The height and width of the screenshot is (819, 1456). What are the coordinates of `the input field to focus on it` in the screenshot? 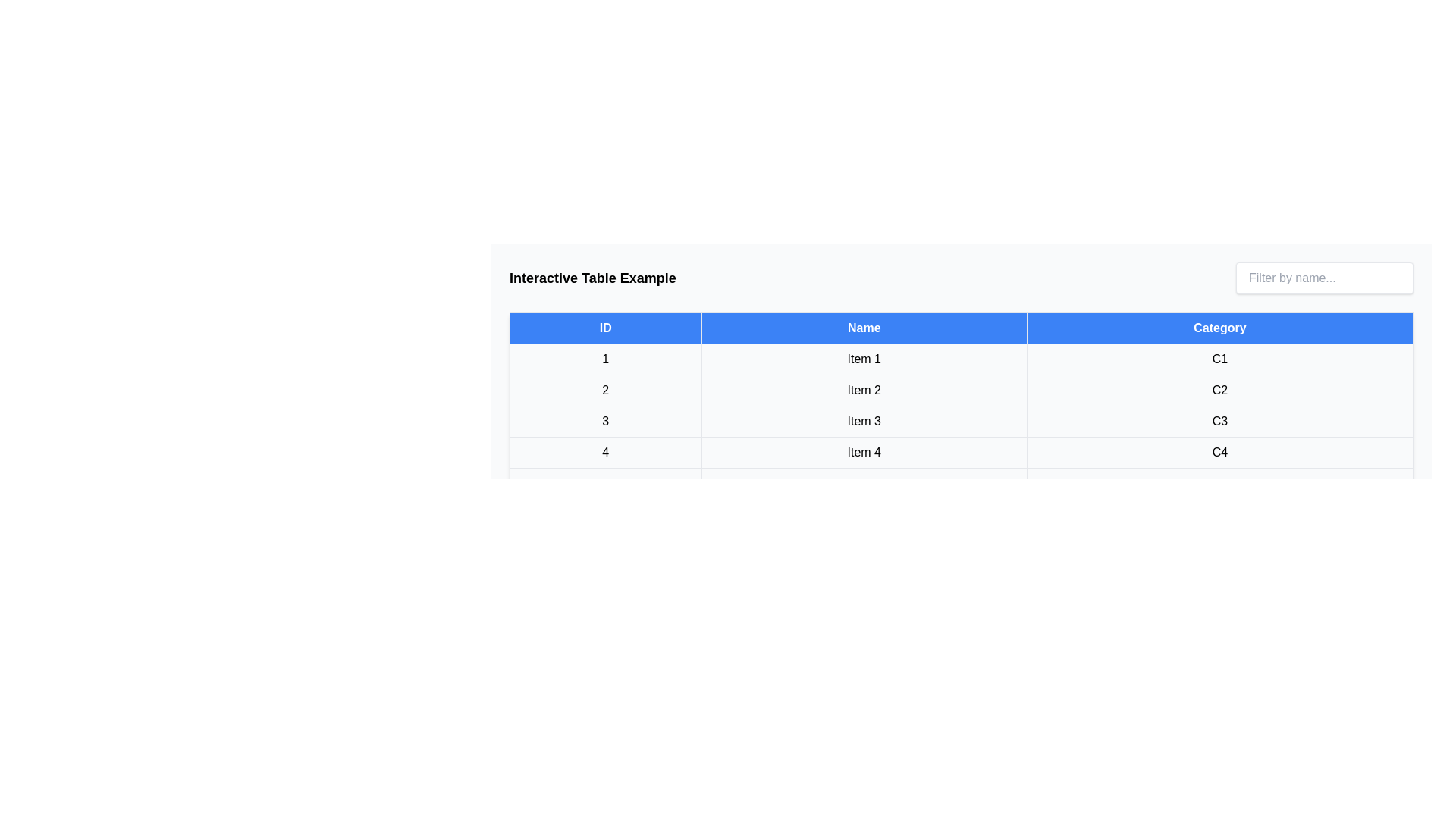 It's located at (1324, 278).